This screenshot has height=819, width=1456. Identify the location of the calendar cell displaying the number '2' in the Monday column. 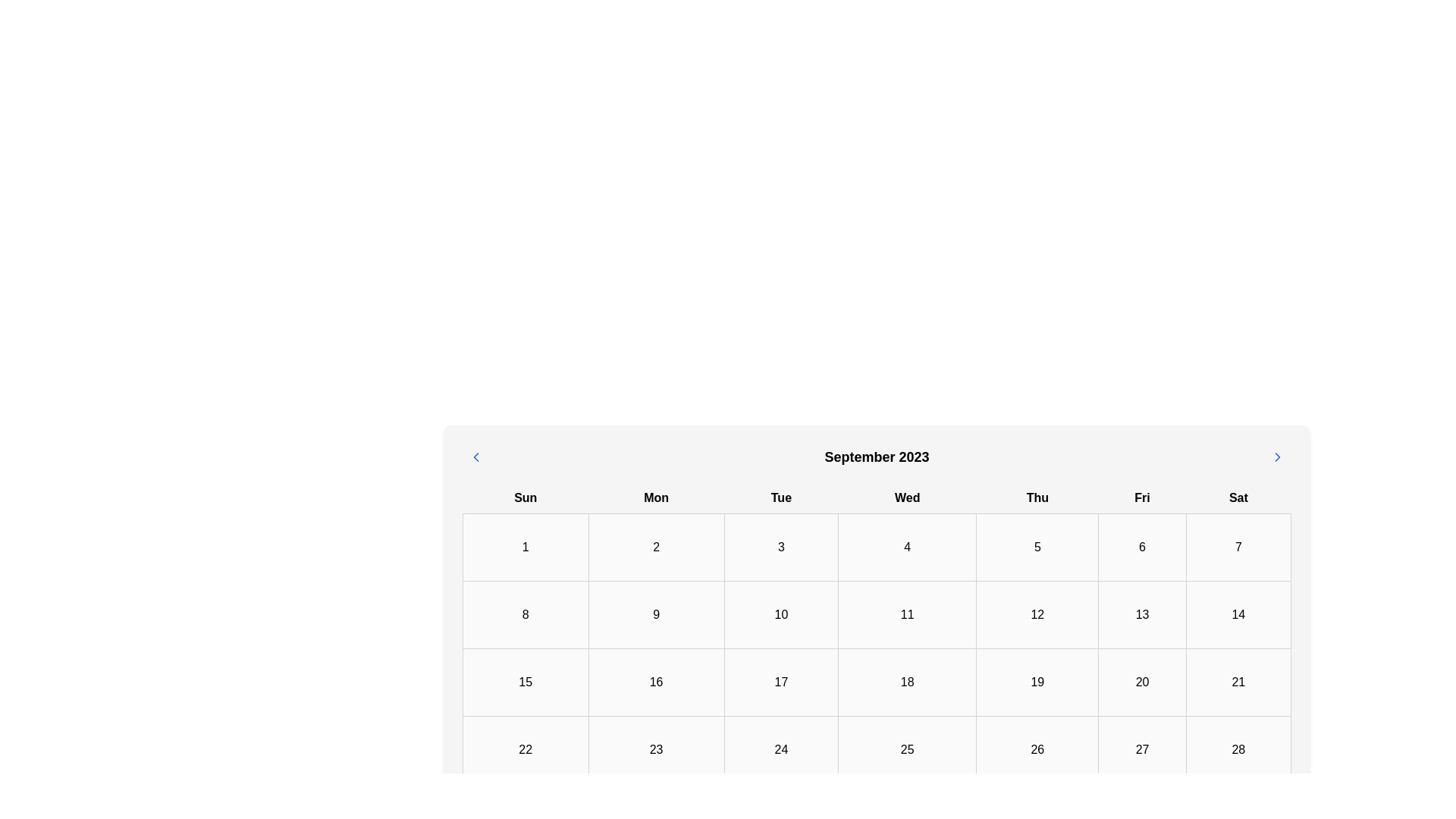
(656, 547).